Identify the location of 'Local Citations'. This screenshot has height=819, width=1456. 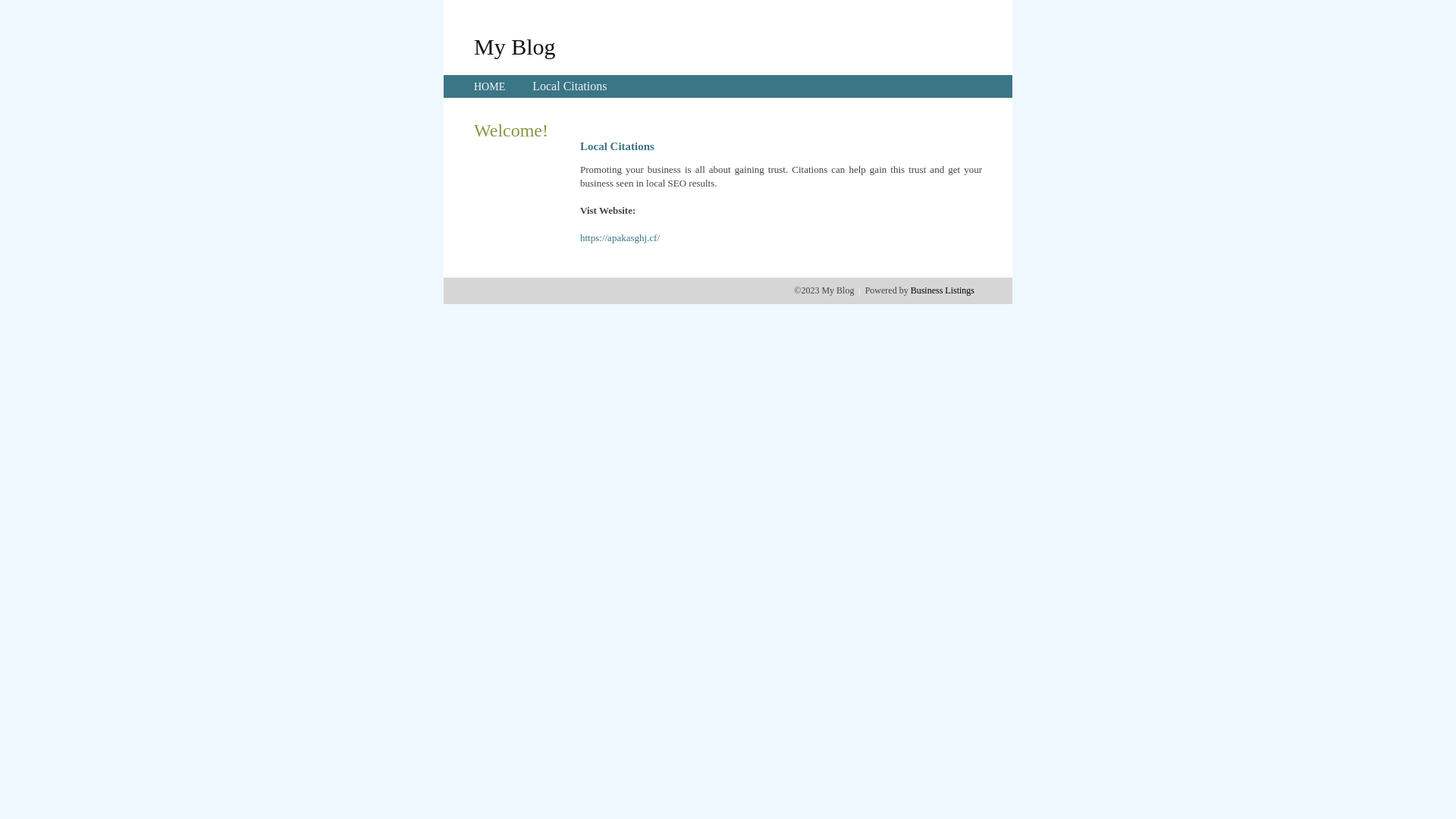
(568, 86).